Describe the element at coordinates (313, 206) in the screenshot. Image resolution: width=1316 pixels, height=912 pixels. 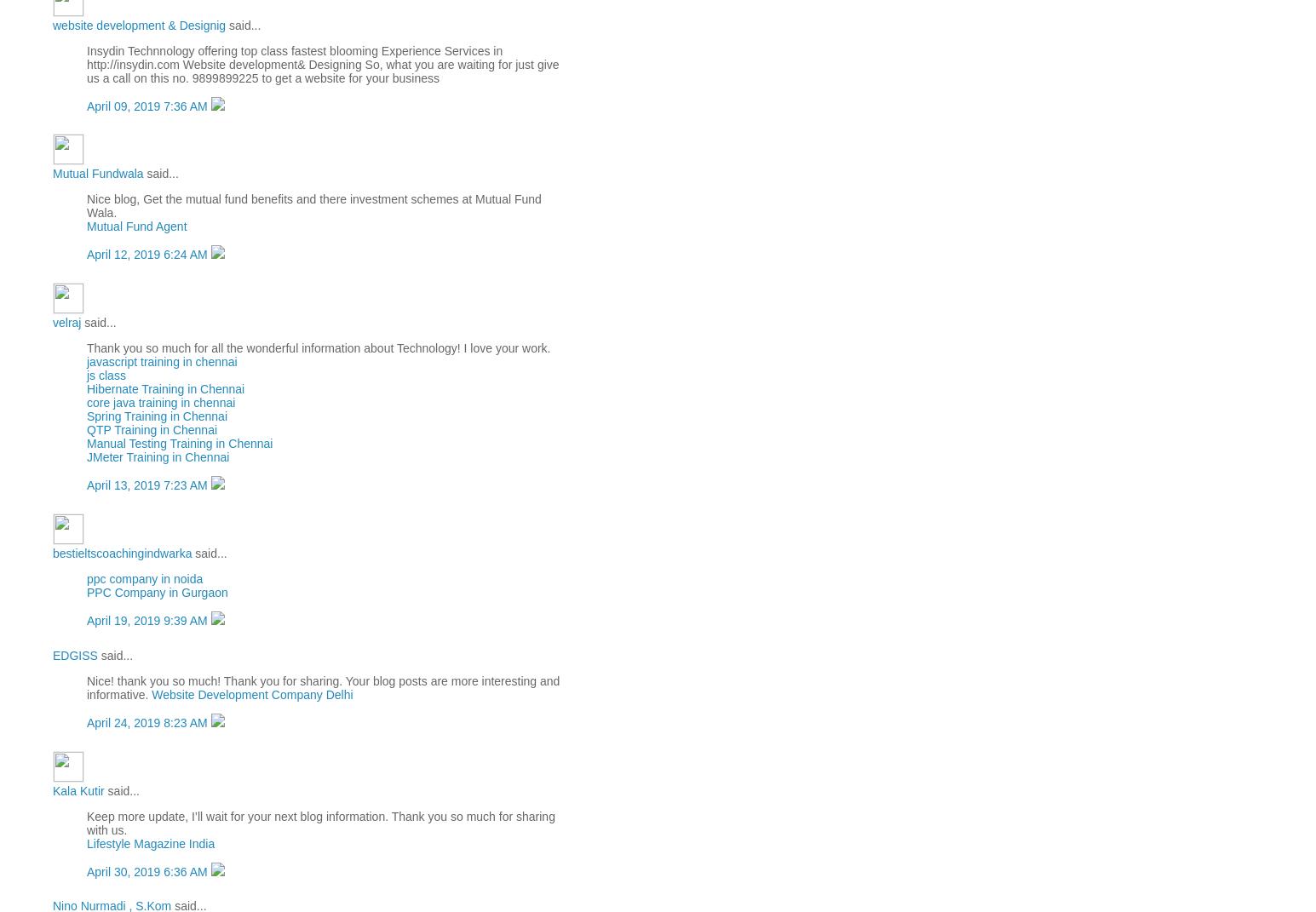
I see `'Nice blog, Get the mutual fund benefits and there investment schemes at Mutual Fund Wala.'` at that location.